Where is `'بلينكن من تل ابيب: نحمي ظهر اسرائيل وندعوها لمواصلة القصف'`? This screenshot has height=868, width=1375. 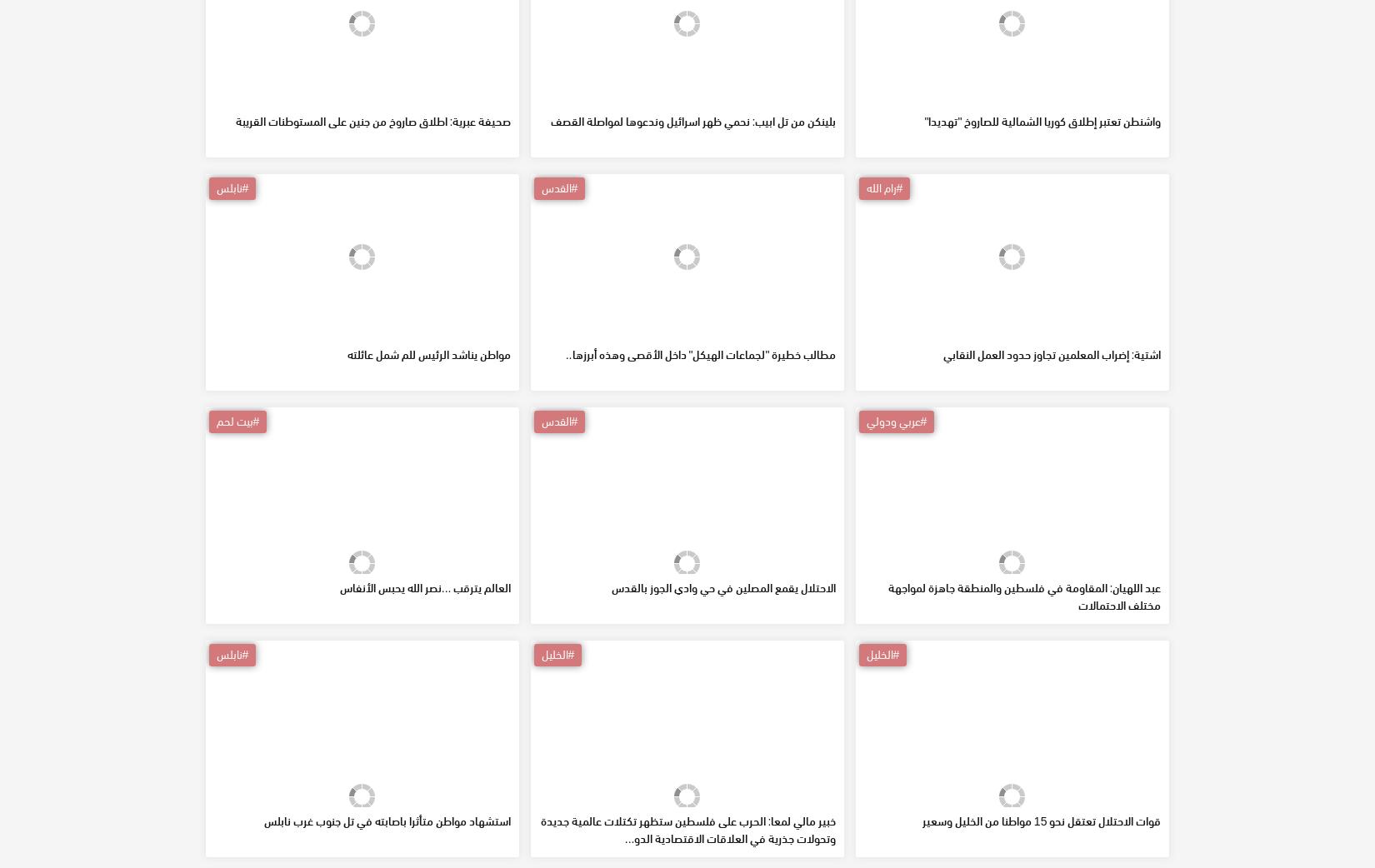 'بلينكن من تل ابيب: نحمي ظهر اسرائيل وندعوها لمواصلة القصف' is located at coordinates (692, 241).